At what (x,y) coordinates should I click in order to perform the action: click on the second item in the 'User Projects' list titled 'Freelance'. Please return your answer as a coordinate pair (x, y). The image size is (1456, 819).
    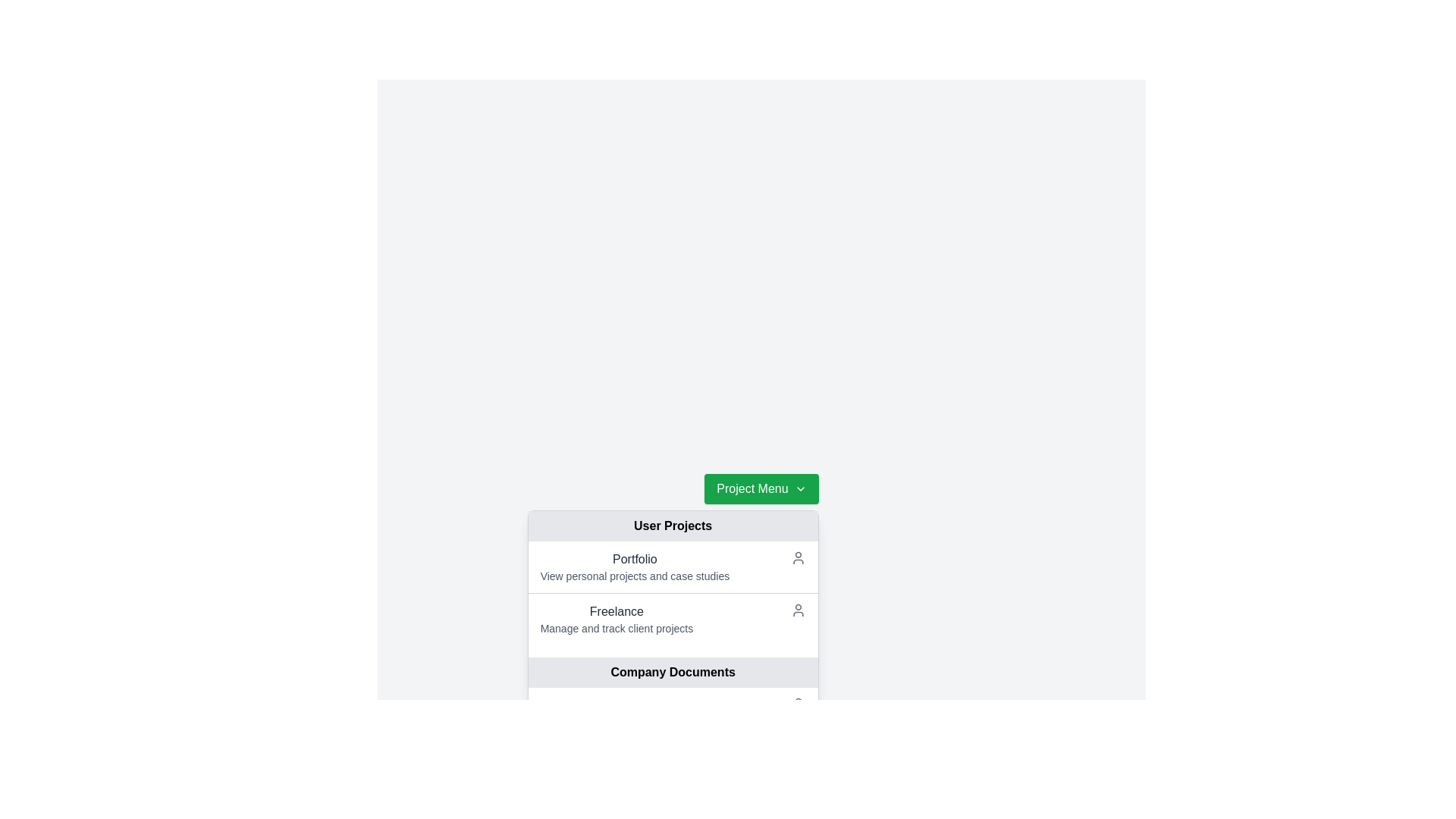
    Looking at the image, I should click on (672, 619).